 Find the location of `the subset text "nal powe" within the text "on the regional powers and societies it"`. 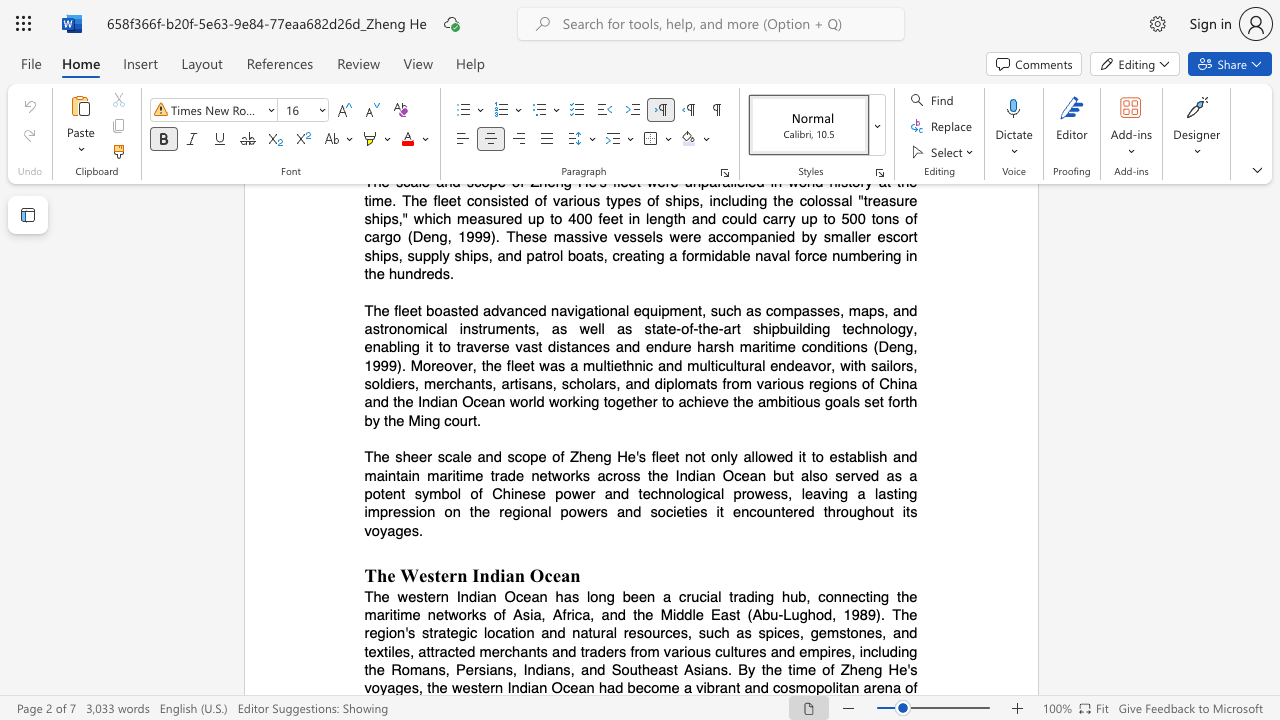

the subset text "nal powe" within the text "on the regional powers and societies it" is located at coordinates (531, 511).